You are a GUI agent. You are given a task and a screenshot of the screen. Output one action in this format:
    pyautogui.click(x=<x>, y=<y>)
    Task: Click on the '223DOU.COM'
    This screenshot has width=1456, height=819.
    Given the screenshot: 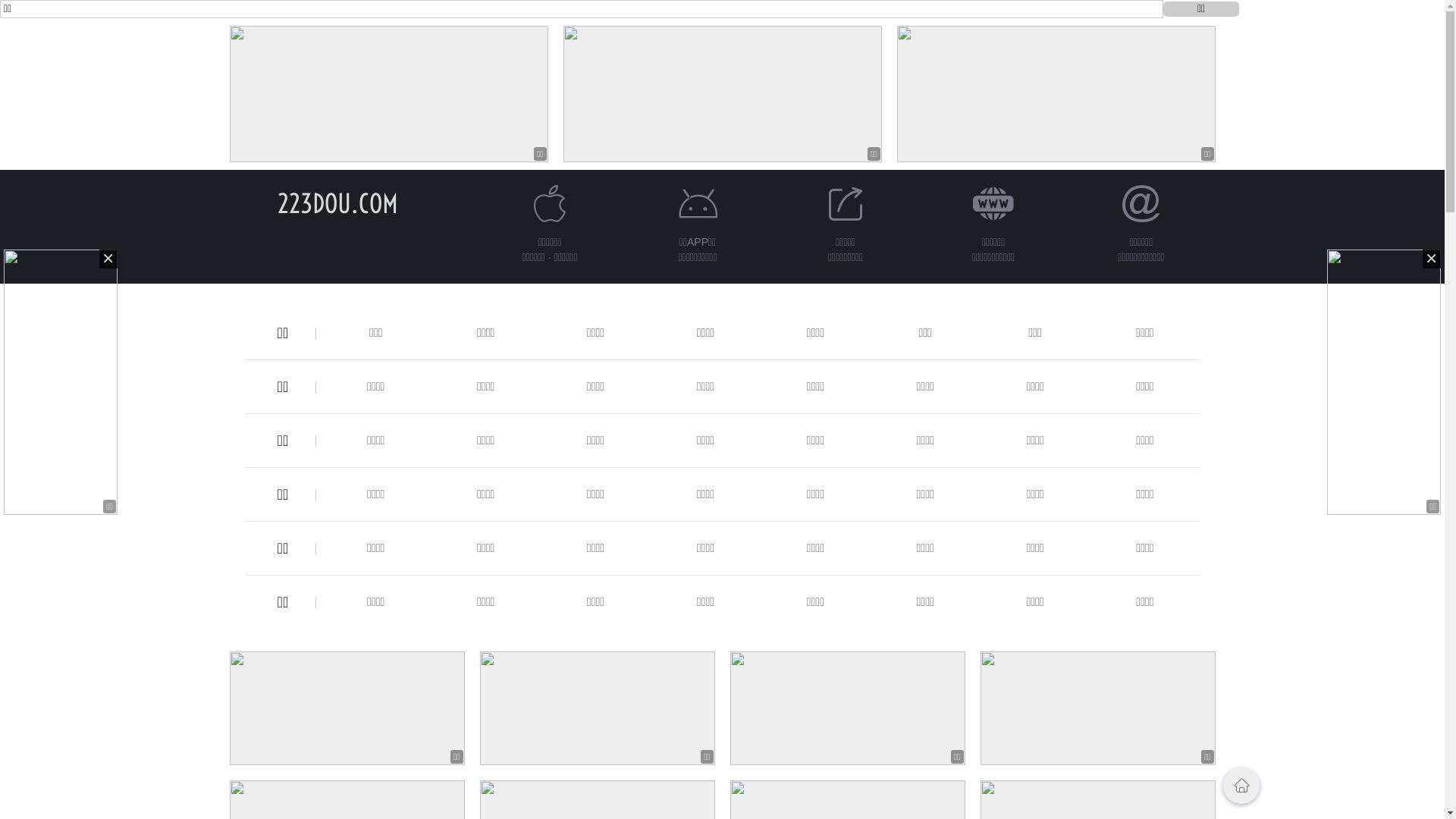 What is the action you would take?
    pyautogui.click(x=337, y=202)
    